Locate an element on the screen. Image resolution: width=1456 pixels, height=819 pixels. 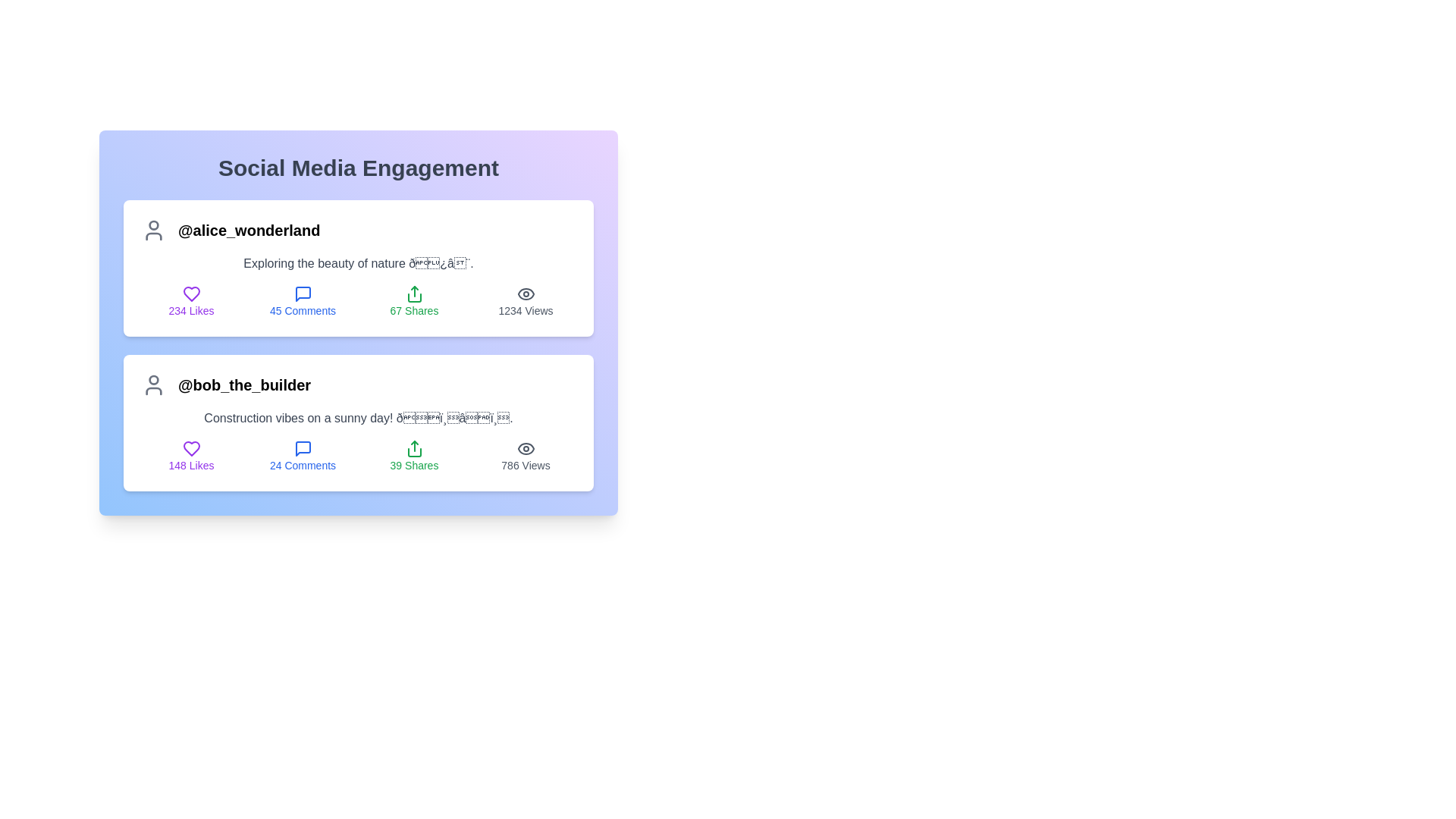
the '67 Shares' button, which is styled with green text and an icon, to initiate a share action is located at coordinates (414, 301).